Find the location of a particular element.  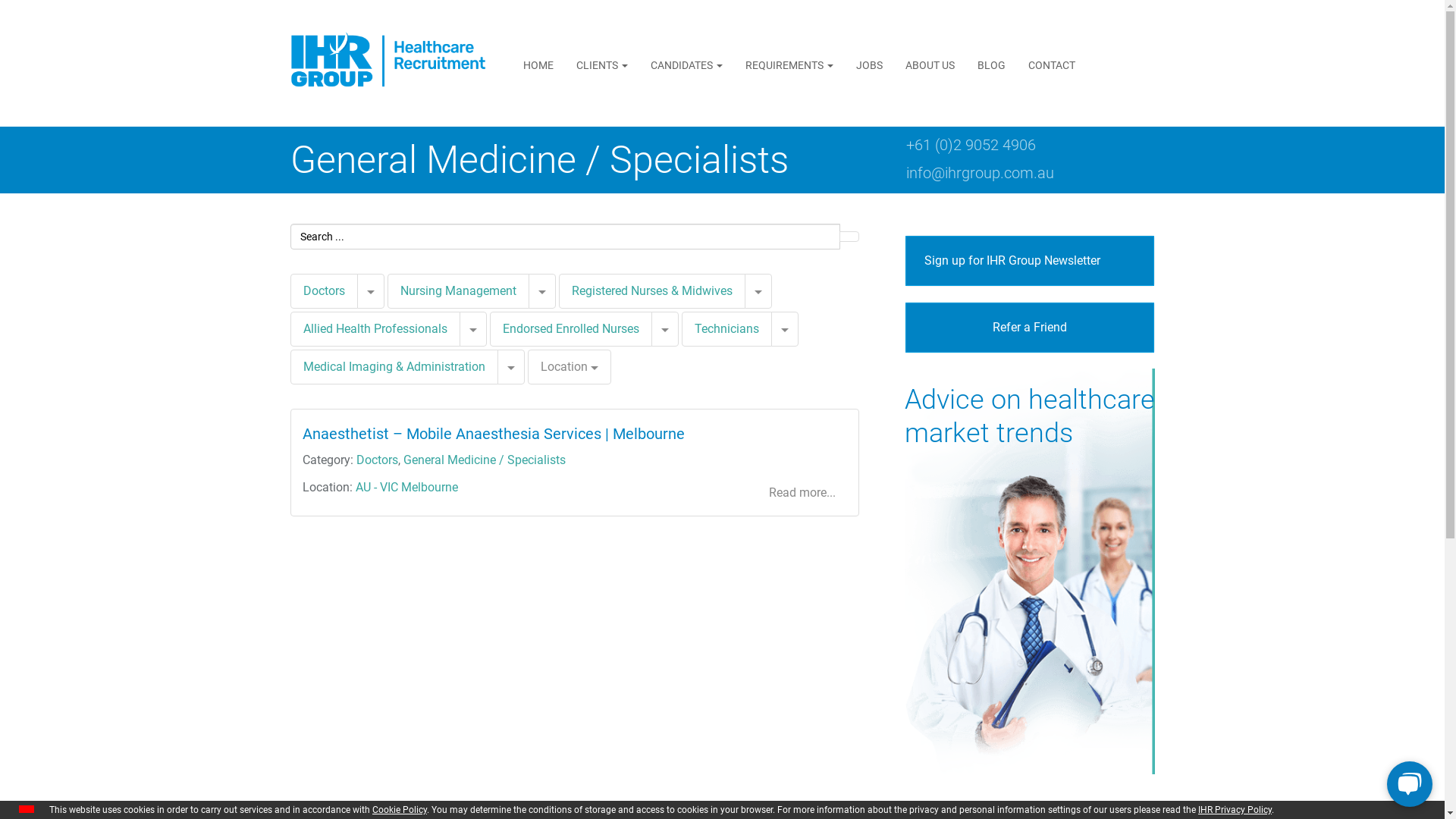

'Location' is located at coordinates (528, 366).